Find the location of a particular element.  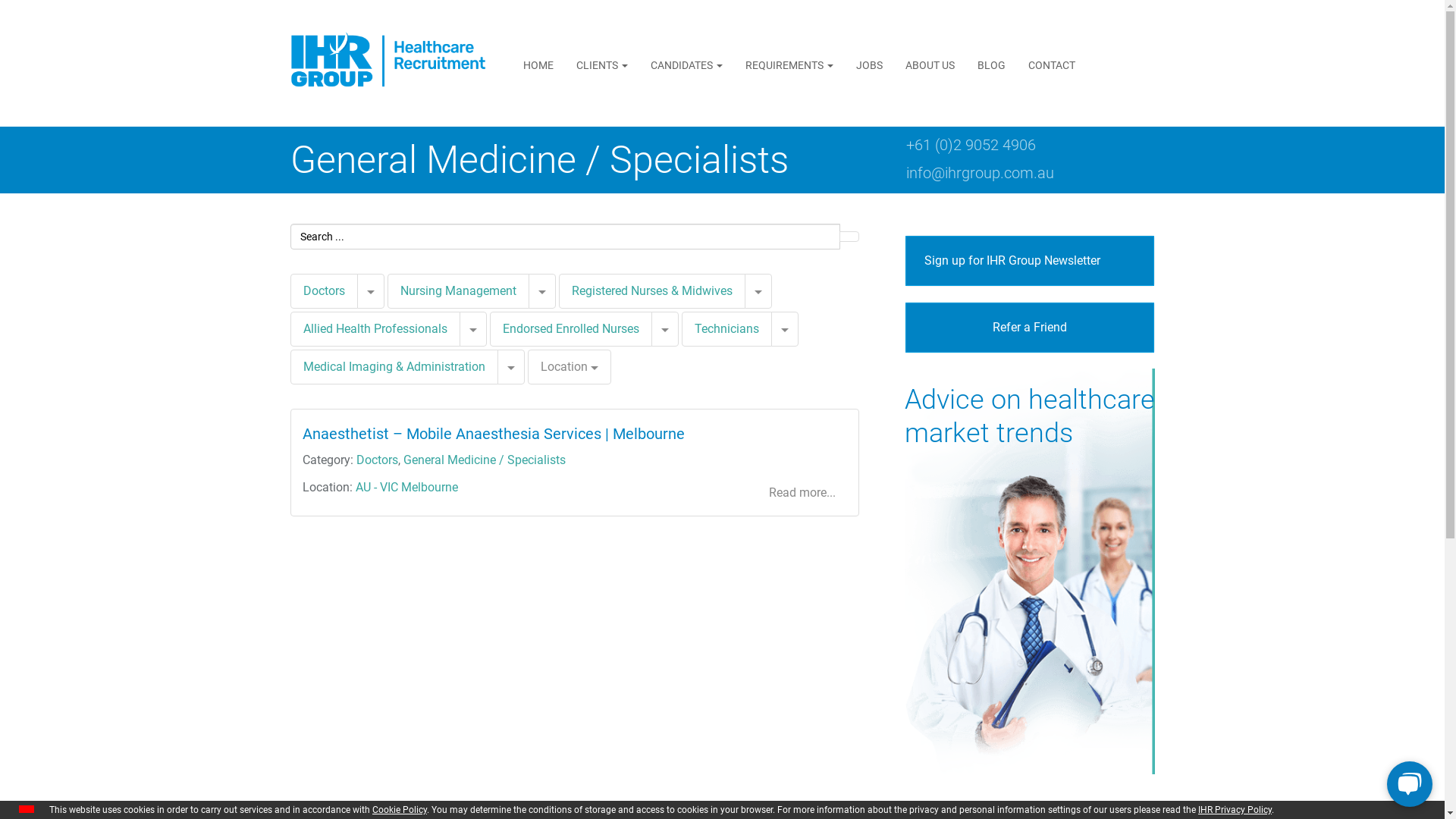

'Location' is located at coordinates (528, 366).